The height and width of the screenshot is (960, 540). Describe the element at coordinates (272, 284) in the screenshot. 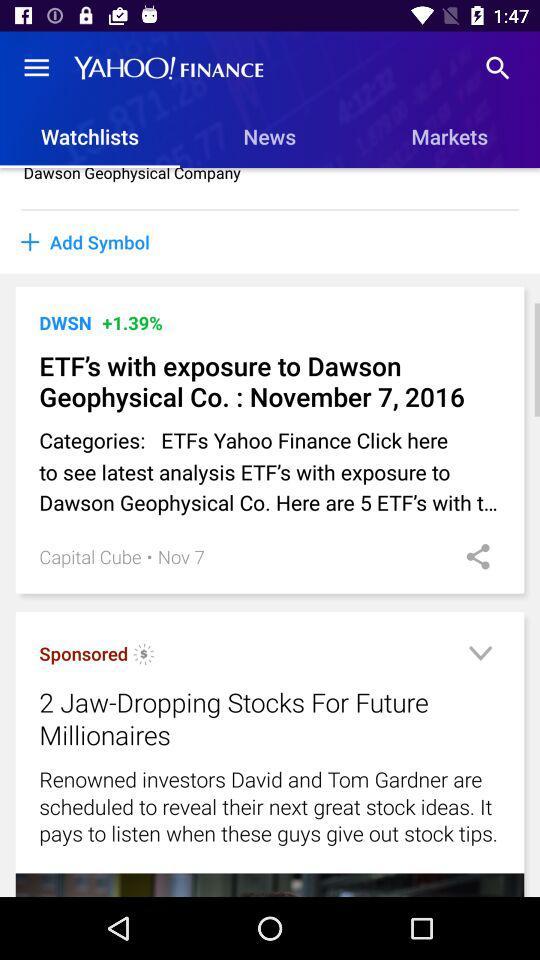

I see `item below the add symbol item` at that location.